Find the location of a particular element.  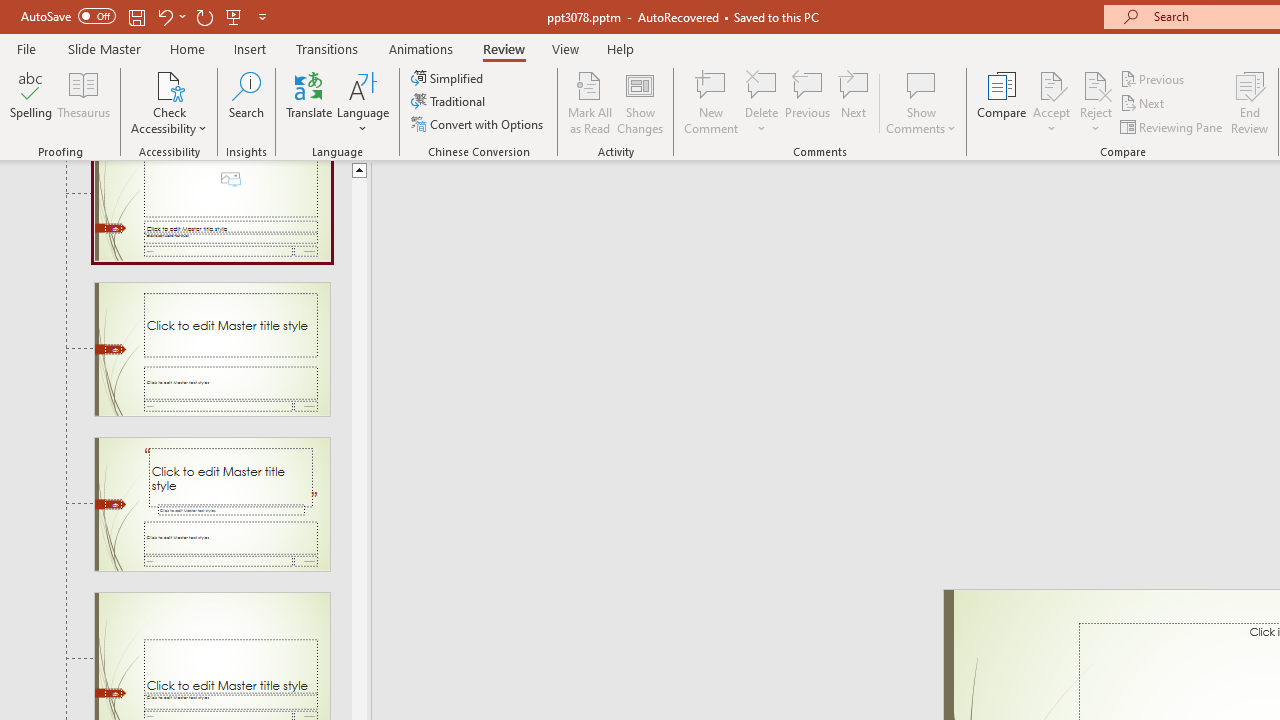

'Show Comments' is located at coordinates (920, 84).